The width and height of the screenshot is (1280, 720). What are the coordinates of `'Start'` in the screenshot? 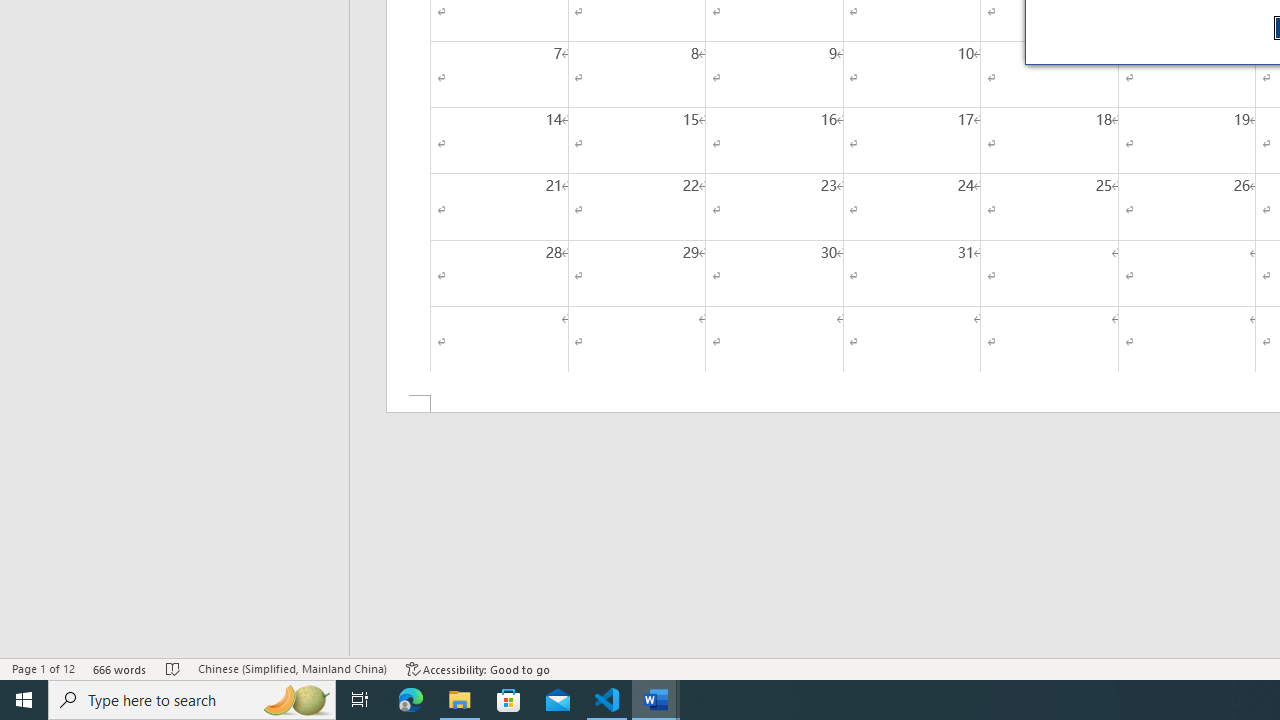 It's located at (24, 698).